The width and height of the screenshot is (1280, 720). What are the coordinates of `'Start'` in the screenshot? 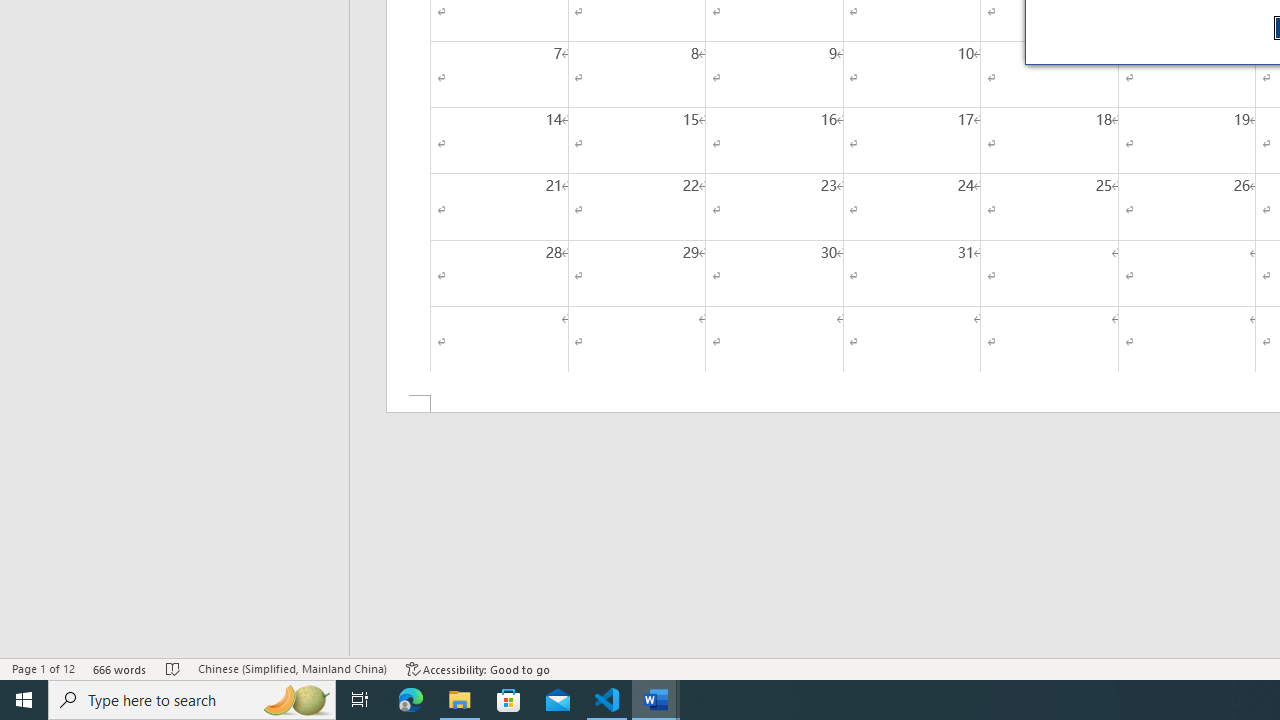 It's located at (24, 698).